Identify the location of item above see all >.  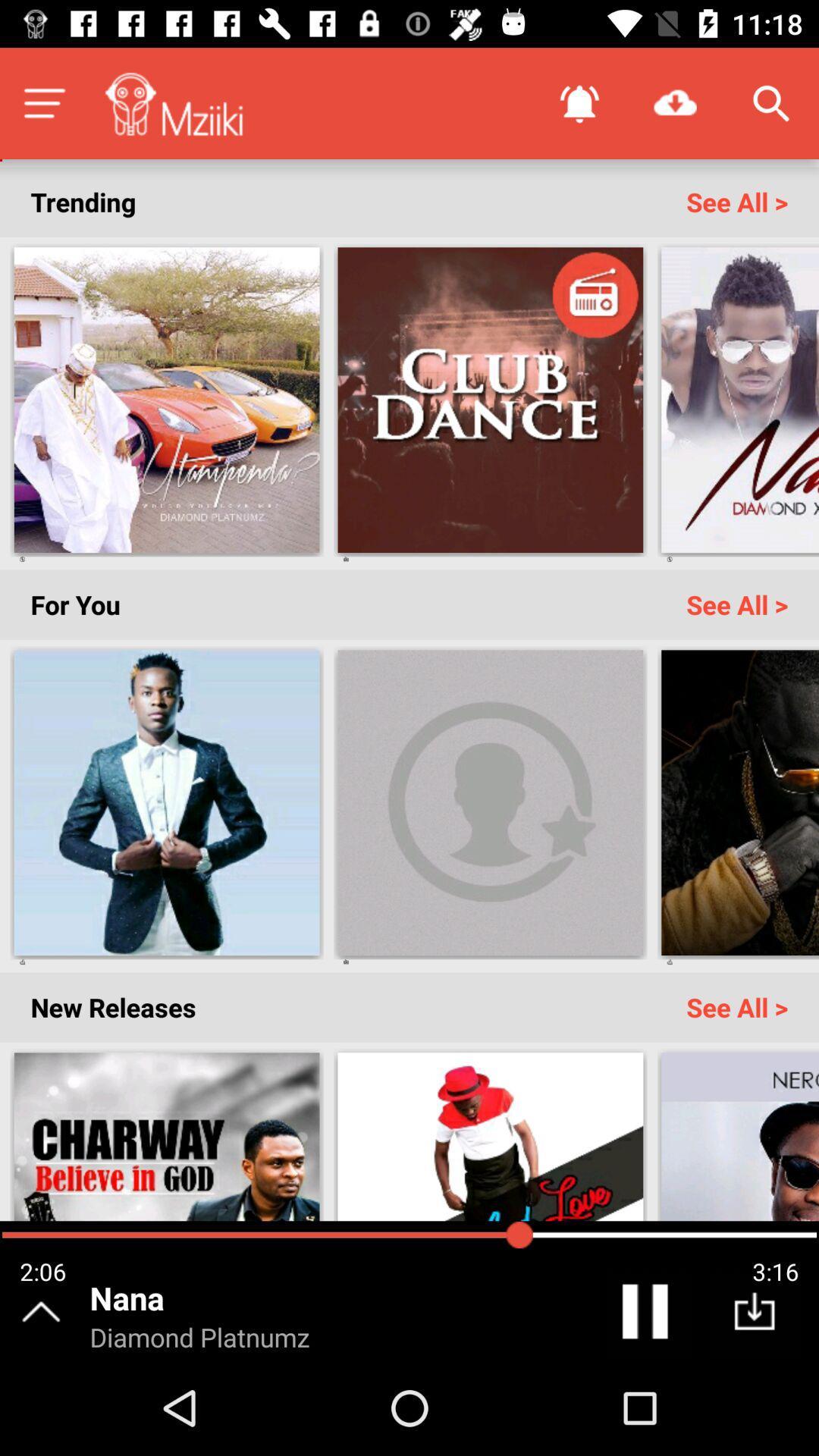
(675, 102).